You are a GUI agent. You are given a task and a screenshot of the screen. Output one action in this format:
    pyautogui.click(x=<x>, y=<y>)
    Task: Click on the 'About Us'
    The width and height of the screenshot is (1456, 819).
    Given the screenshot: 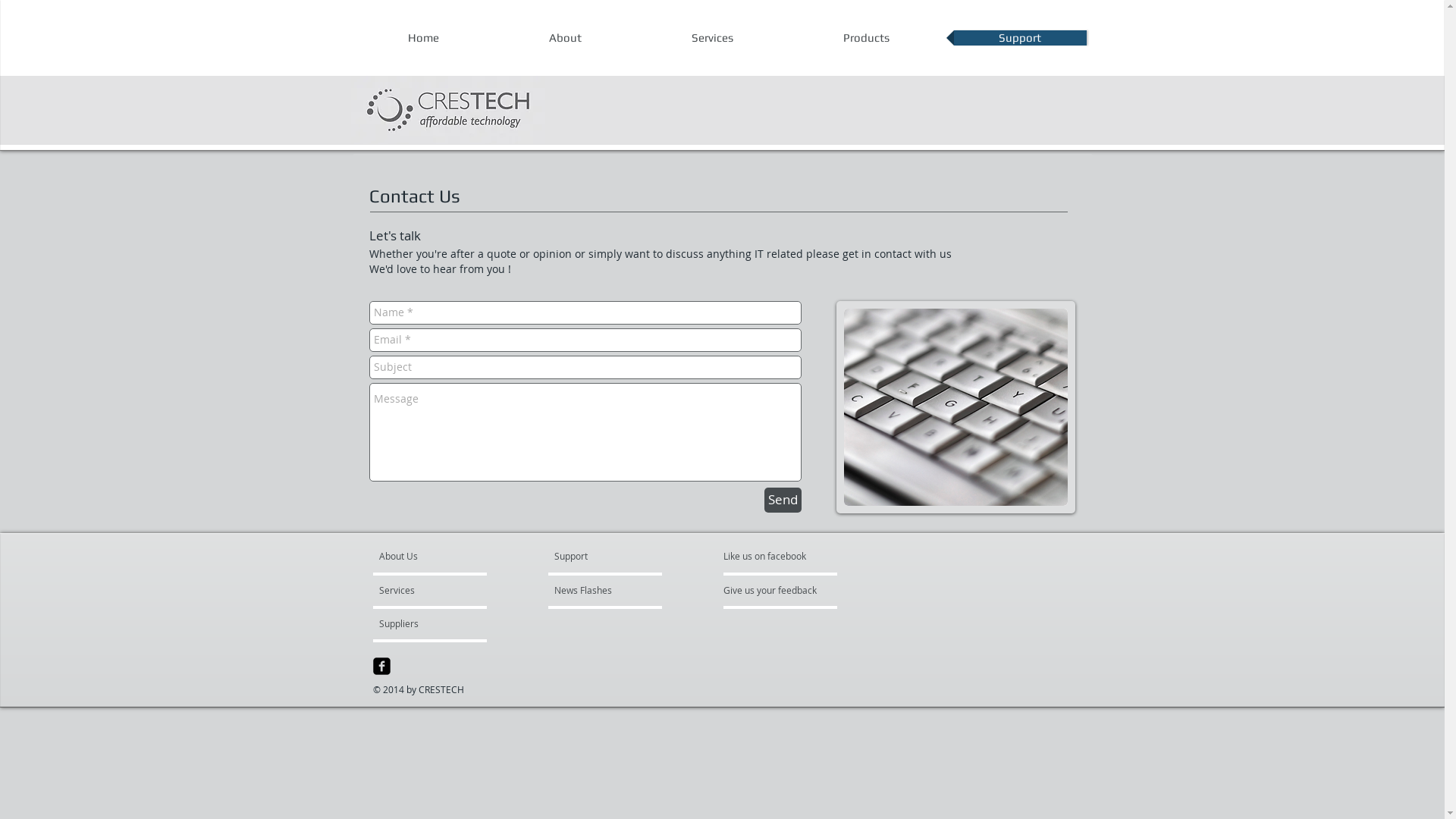 What is the action you would take?
    pyautogui.click(x=436, y=555)
    